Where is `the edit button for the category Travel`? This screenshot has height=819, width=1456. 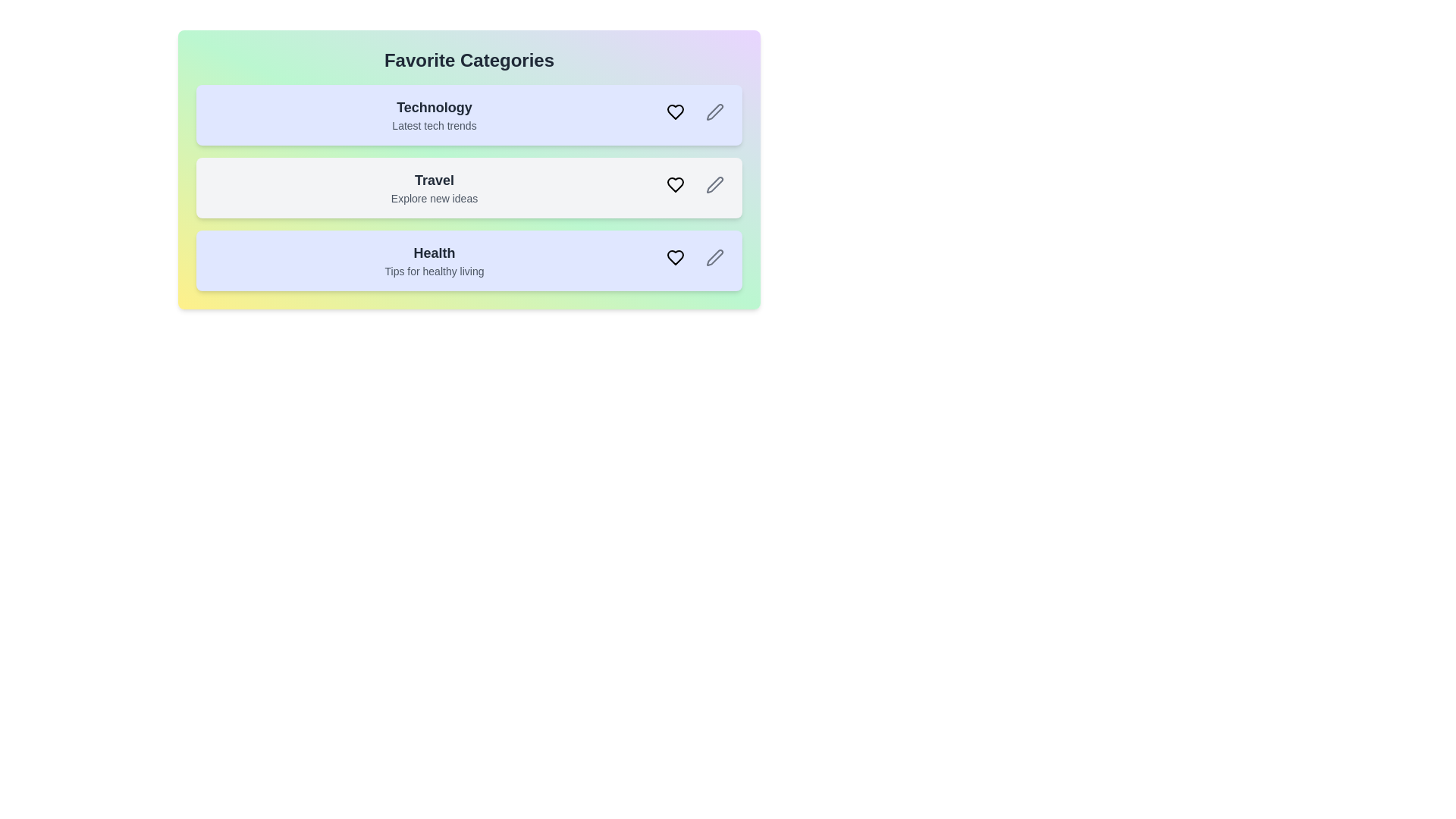 the edit button for the category Travel is located at coordinates (714, 184).